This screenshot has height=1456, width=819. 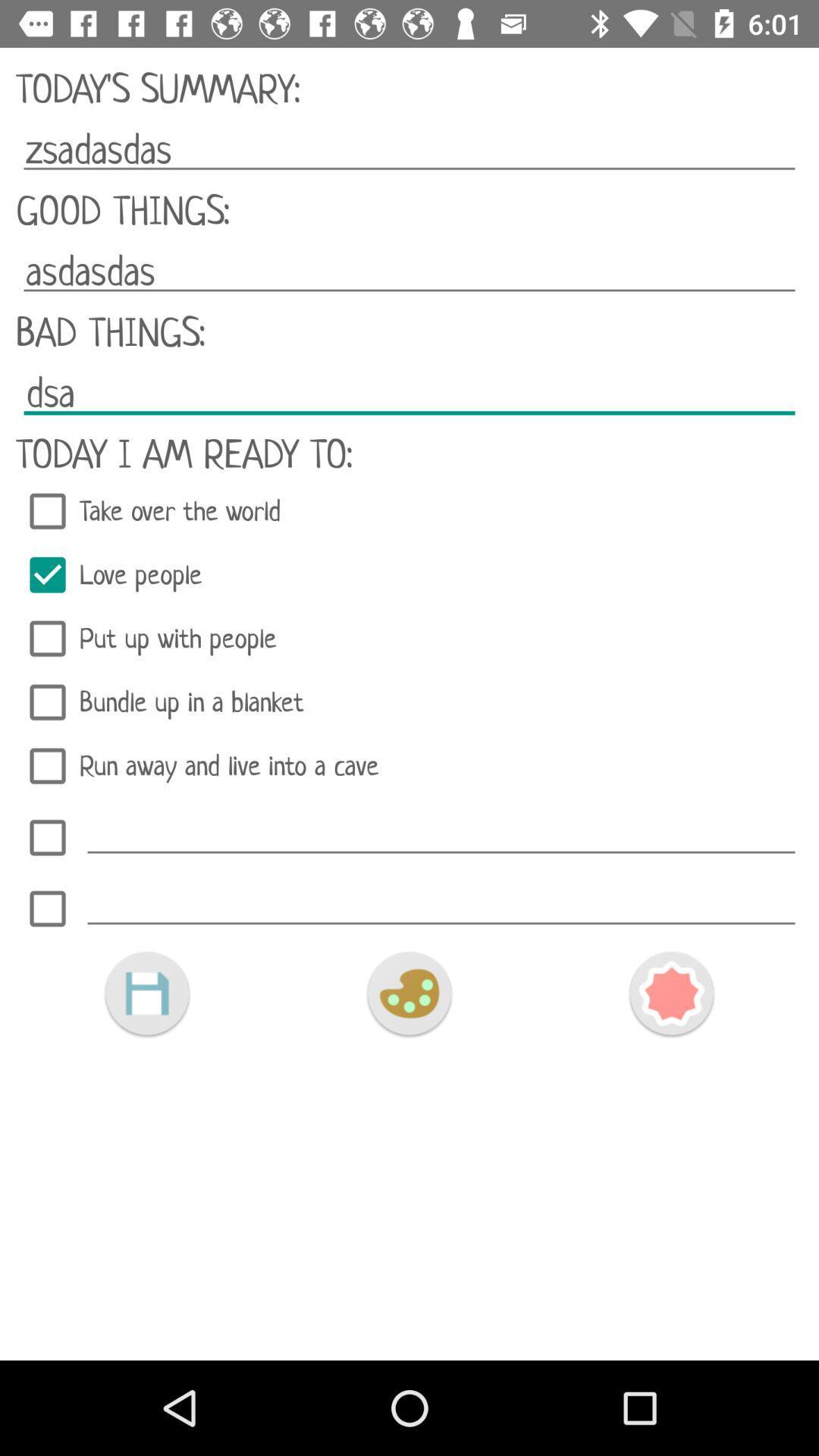 What do you see at coordinates (670, 993) in the screenshot?
I see `the icon at the bottom right corner` at bounding box center [670, 993].